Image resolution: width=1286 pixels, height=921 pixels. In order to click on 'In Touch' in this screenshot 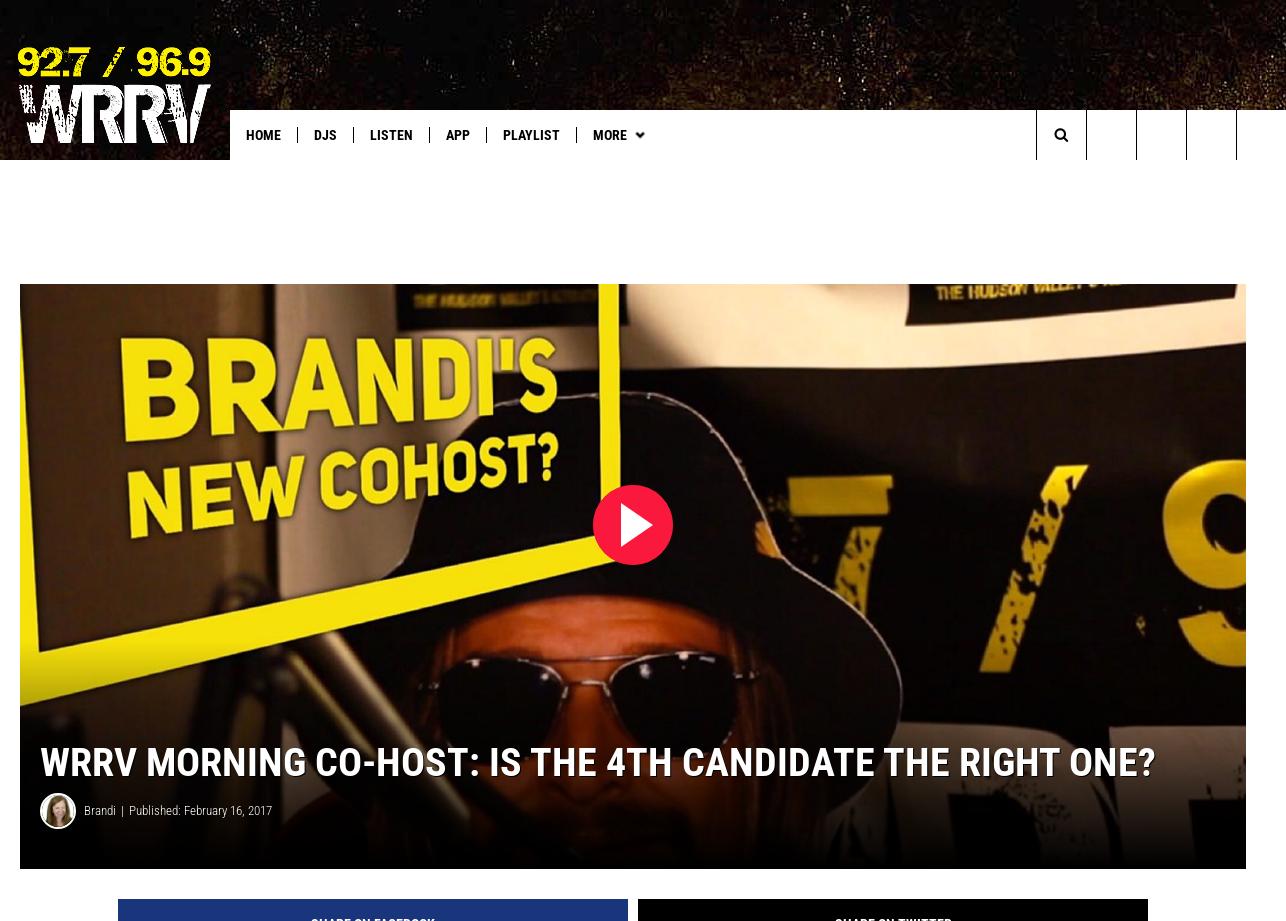, I will do `click(774, 175)`.